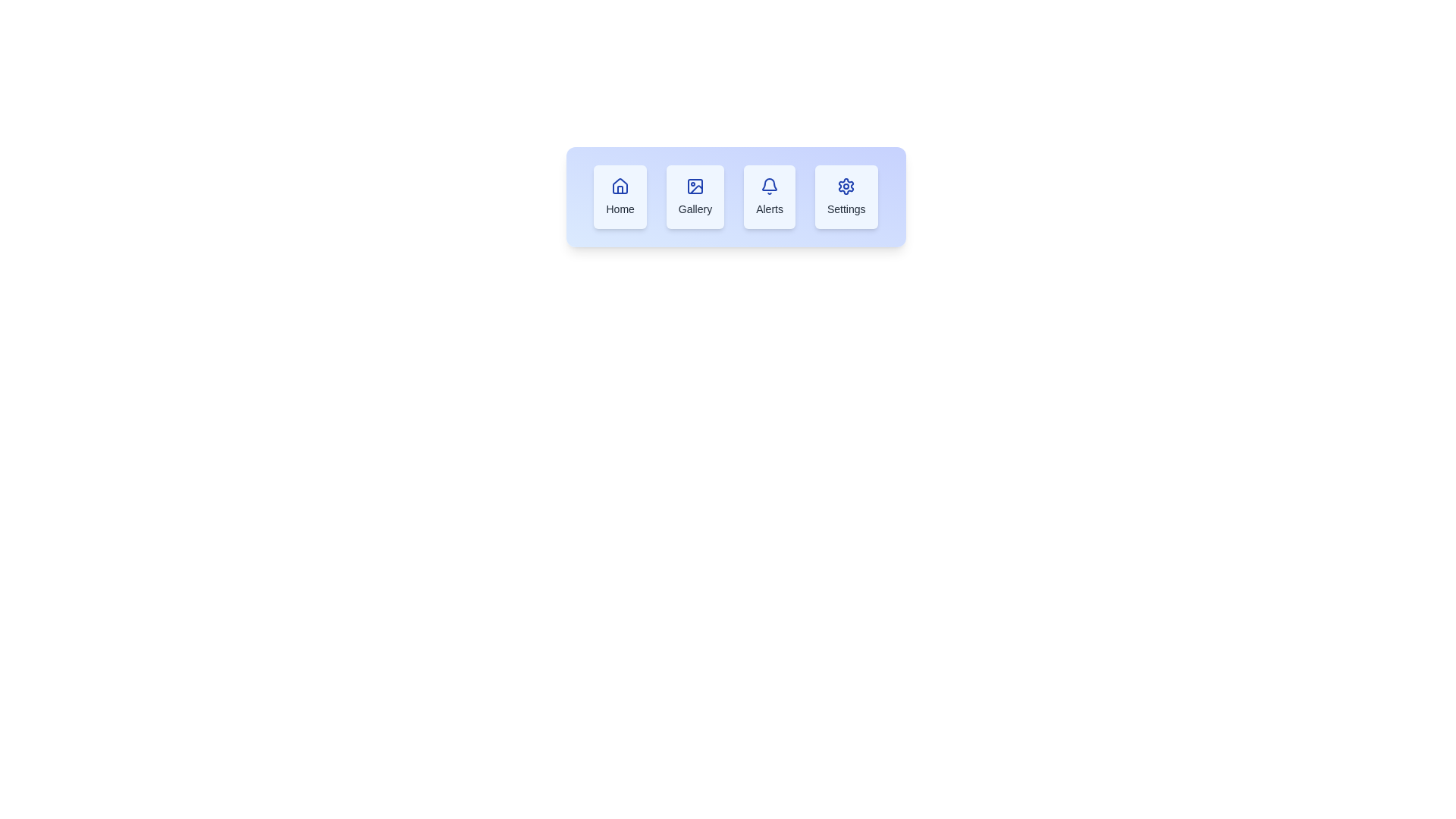 The width and height of the screenshot is (1456, 819). Describe the element at coordinates (846, 186) in the screenshot. I see `the blue gear-shaped icon within the 'Settings' option in the horizontal menu bar` at that location.